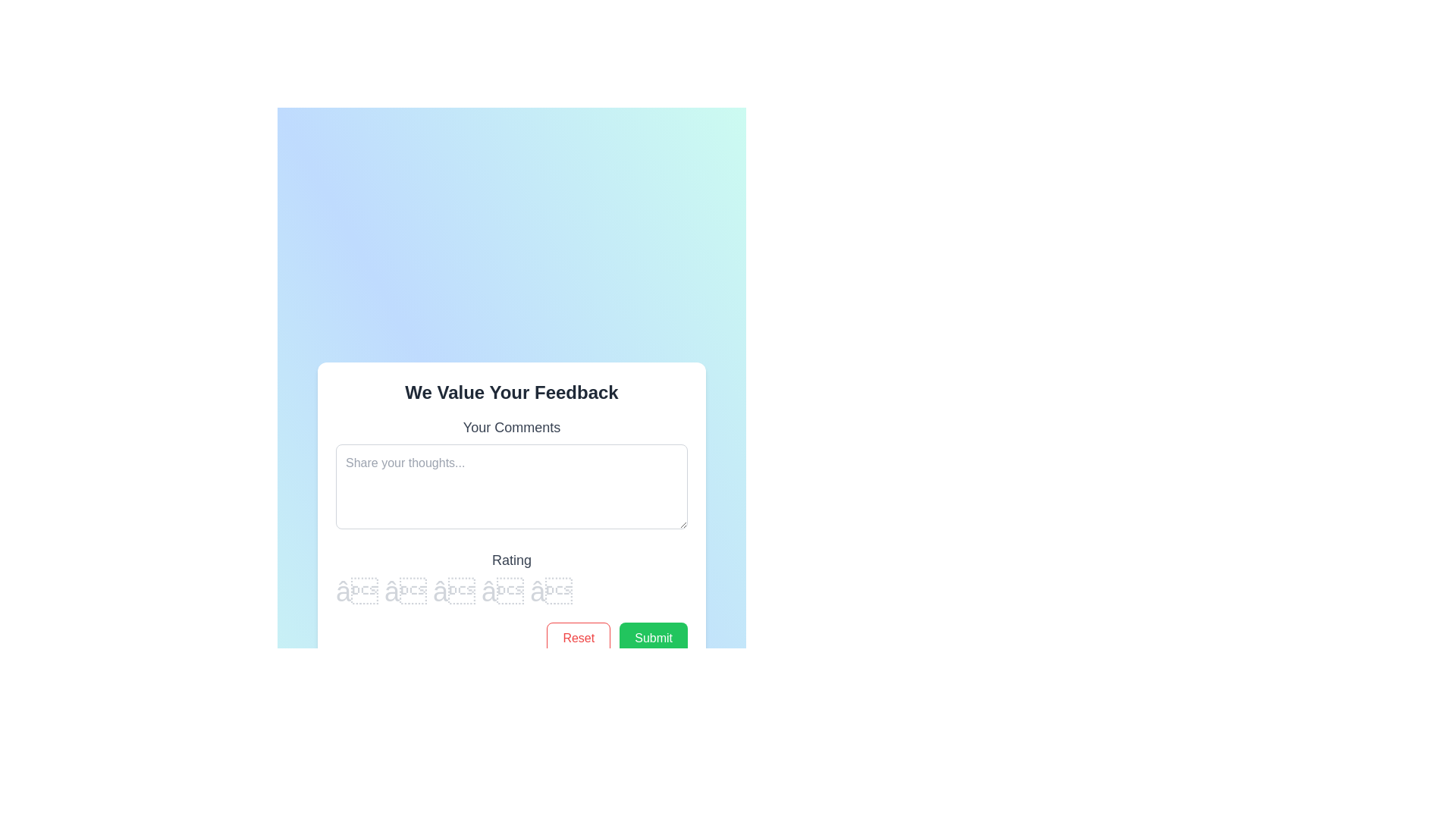 This screenshot has height=819, width=1456. Describe the element at coordinates (578, 638) in the screenshot. I see `the 'Reset' button, which has a white background with a red border and text, located at the bottom-right of the feedback form interface` at that location.